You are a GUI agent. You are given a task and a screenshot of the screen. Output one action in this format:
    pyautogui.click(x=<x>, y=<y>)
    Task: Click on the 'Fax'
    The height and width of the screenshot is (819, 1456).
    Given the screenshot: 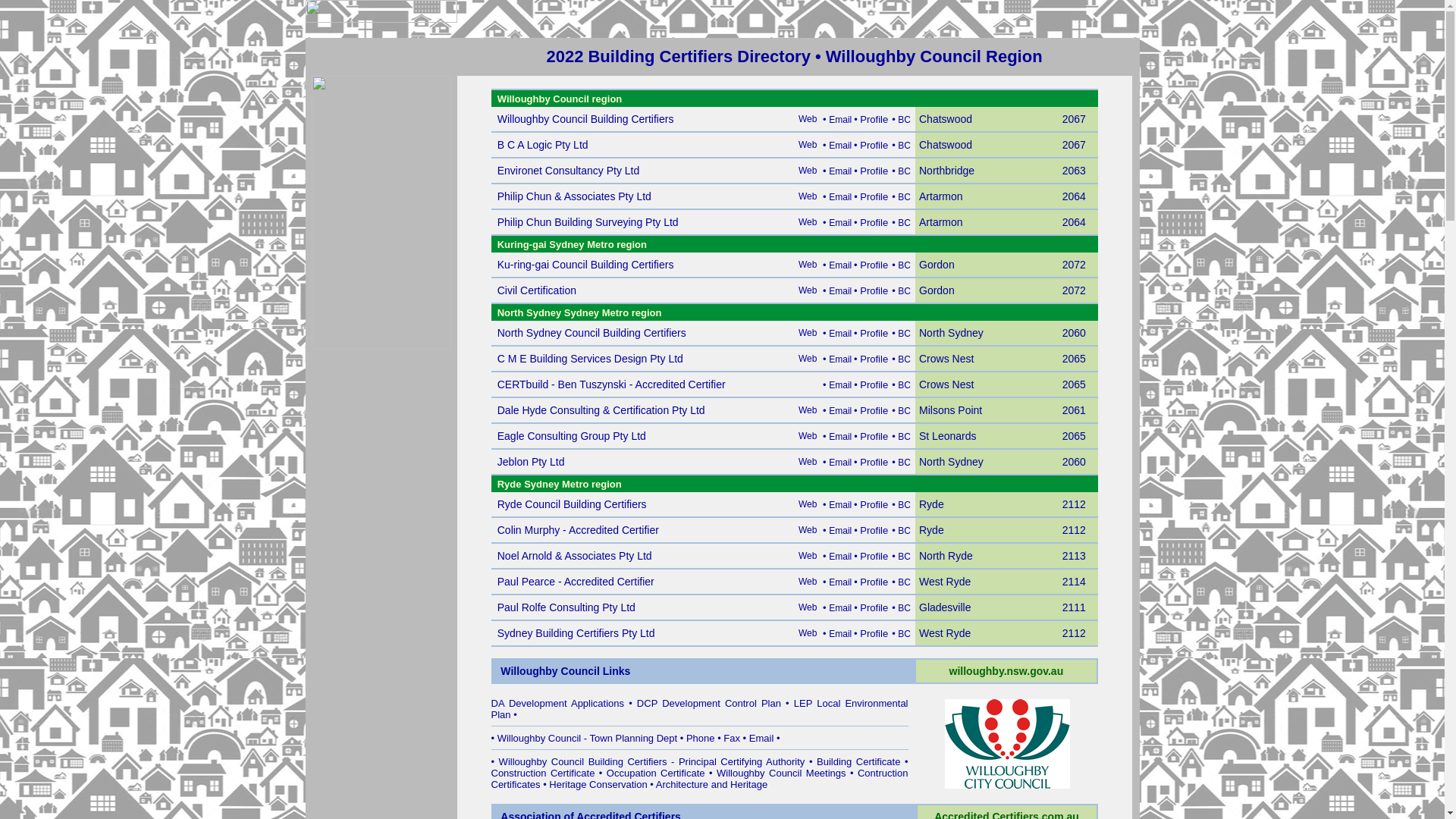 What is the action you would take?
    pyautogui.click(x=723, y=737)
    